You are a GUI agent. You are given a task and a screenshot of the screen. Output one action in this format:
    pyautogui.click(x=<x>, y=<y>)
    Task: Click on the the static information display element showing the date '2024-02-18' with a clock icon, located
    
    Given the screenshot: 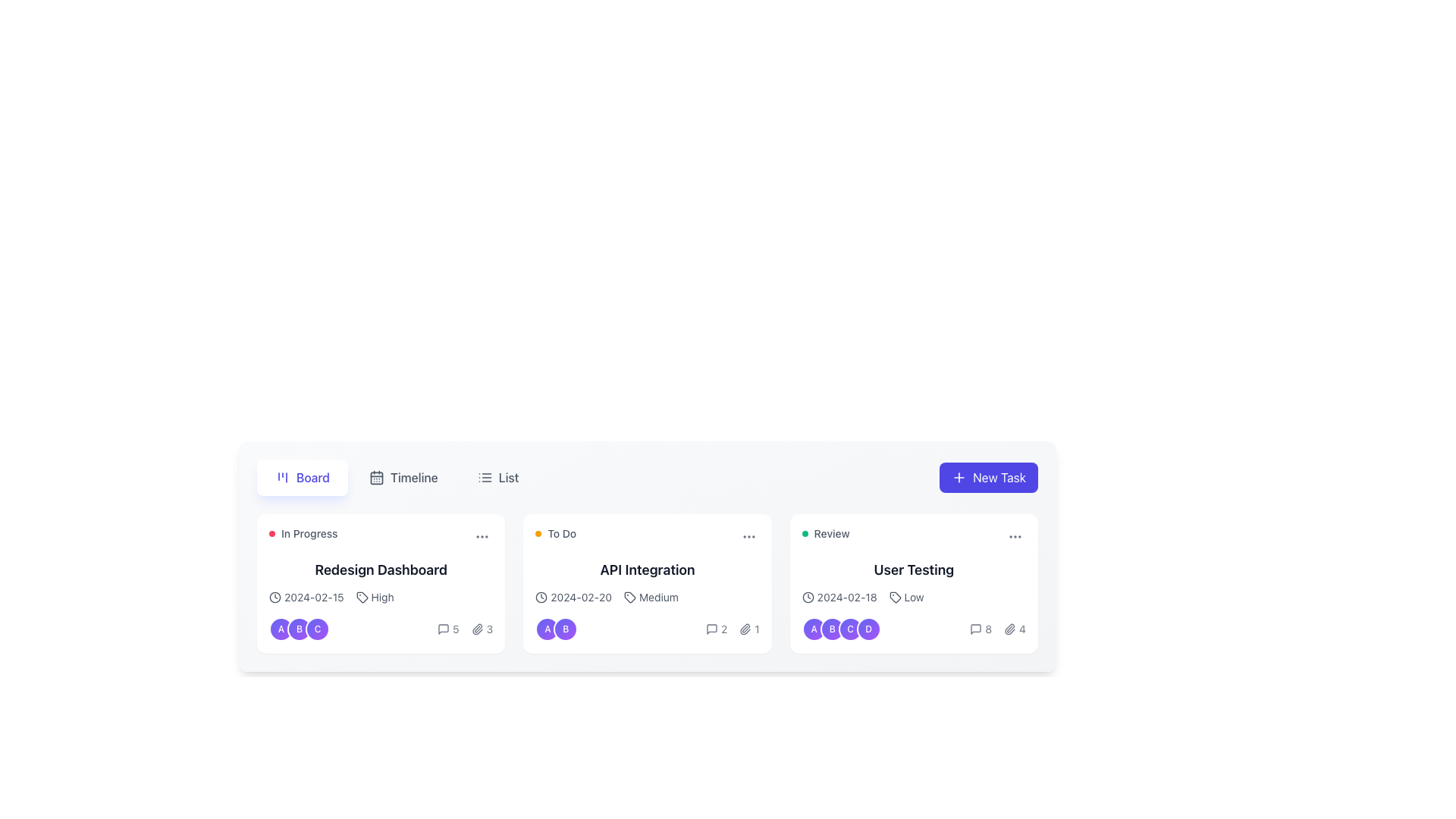 What is the action you would take?
    pyautogui.click(x=839, y=596)
    